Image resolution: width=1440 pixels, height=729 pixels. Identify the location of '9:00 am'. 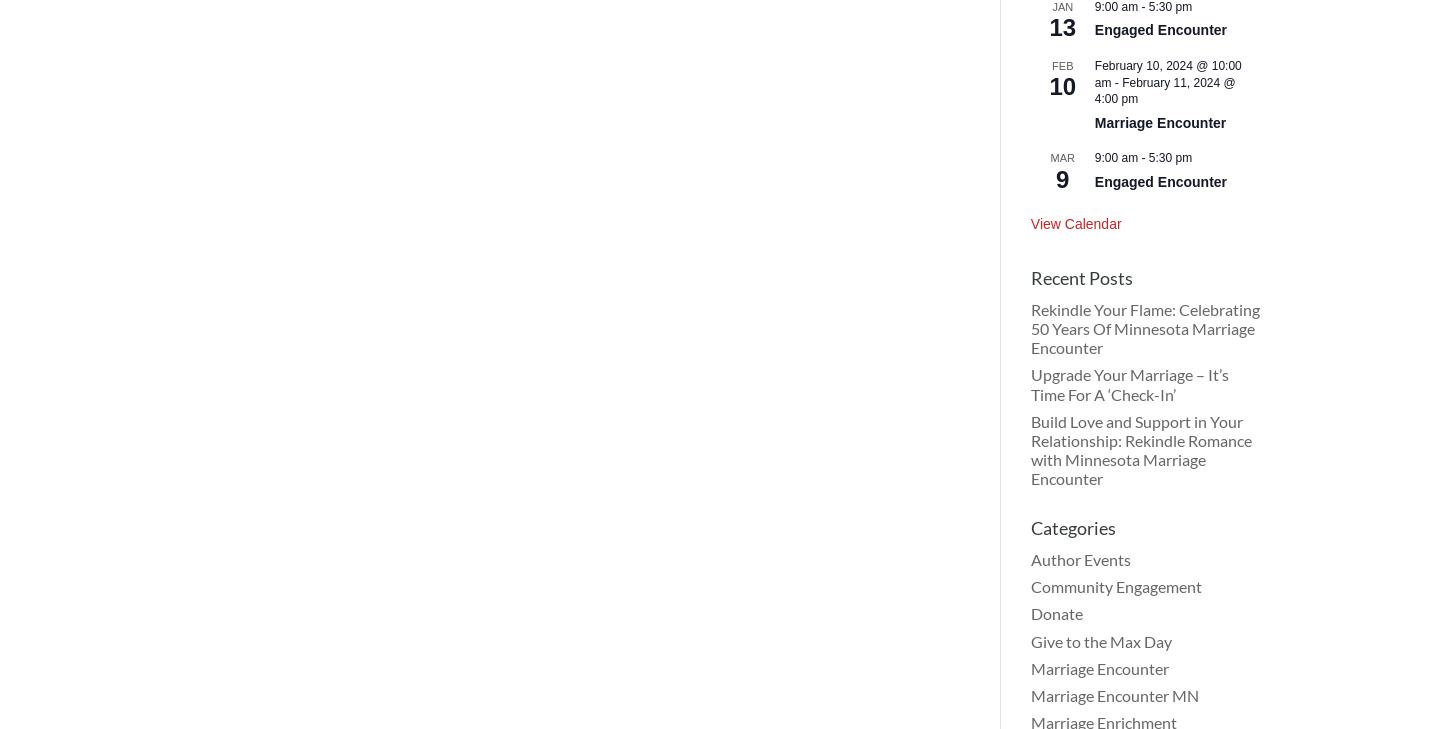
(1115, 156).